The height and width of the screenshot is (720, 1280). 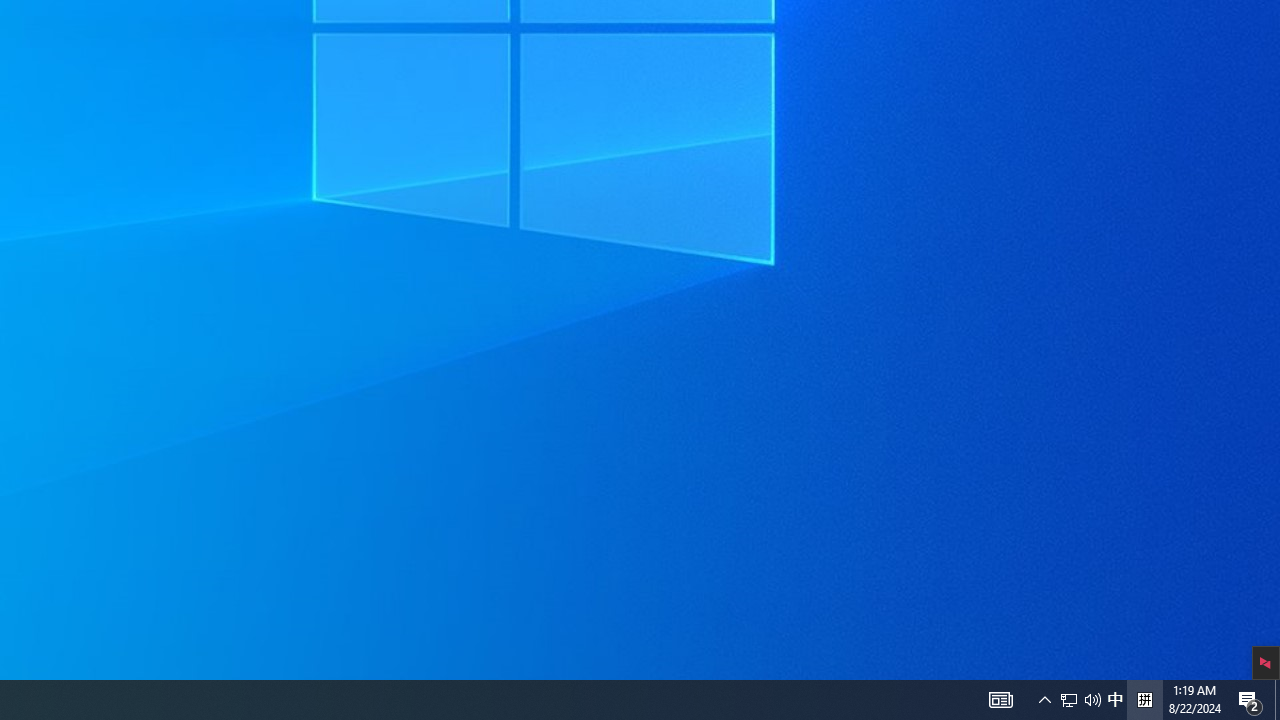 What do you see at coordinates (1144, 698) in the screenshot?
I see `'Tray Input Indicator - Chinese (Simplified, China)'` at bounding box center [1144, 698].